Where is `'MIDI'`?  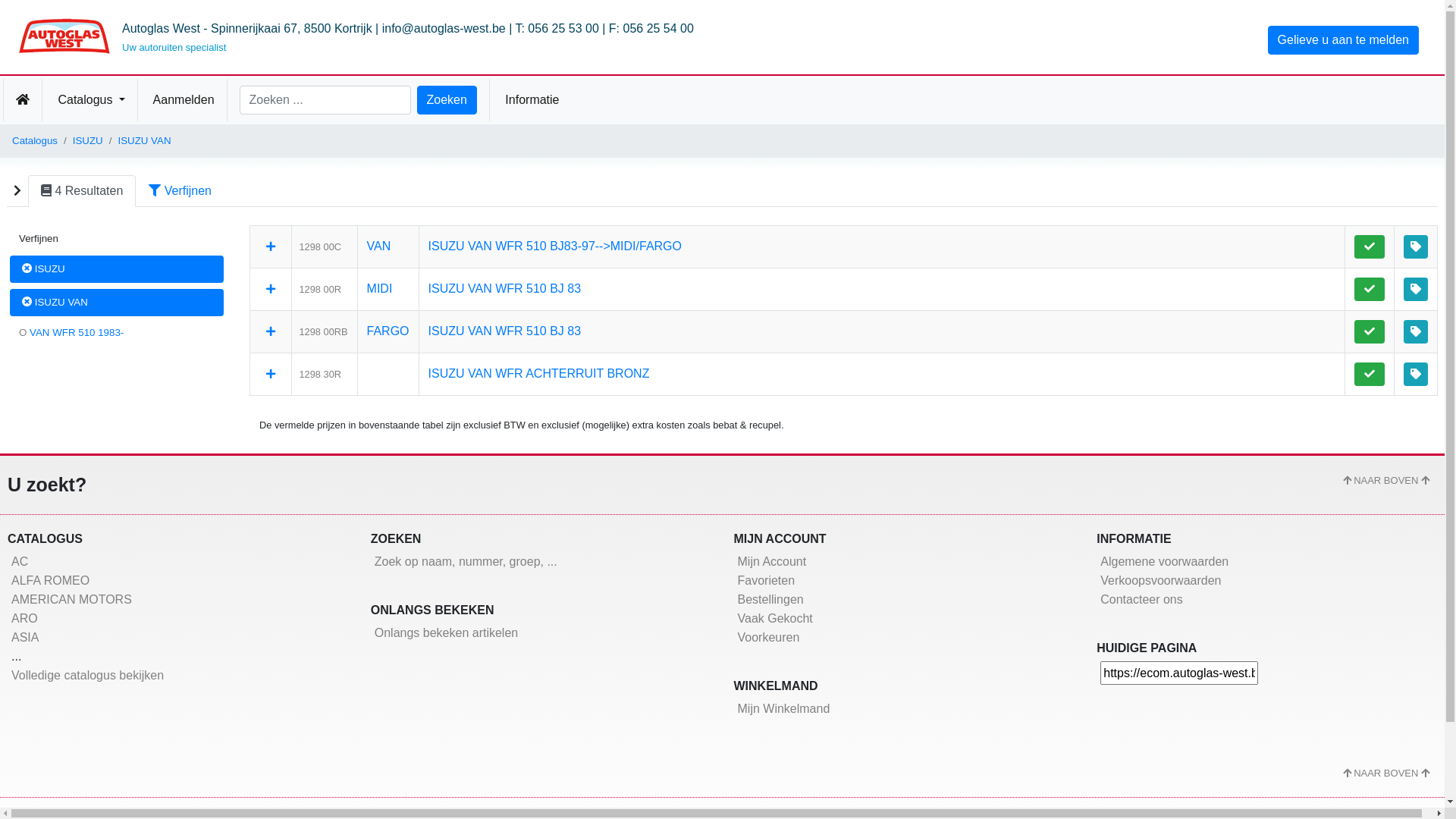
'MIDI' is located at coordinates (379, 288).